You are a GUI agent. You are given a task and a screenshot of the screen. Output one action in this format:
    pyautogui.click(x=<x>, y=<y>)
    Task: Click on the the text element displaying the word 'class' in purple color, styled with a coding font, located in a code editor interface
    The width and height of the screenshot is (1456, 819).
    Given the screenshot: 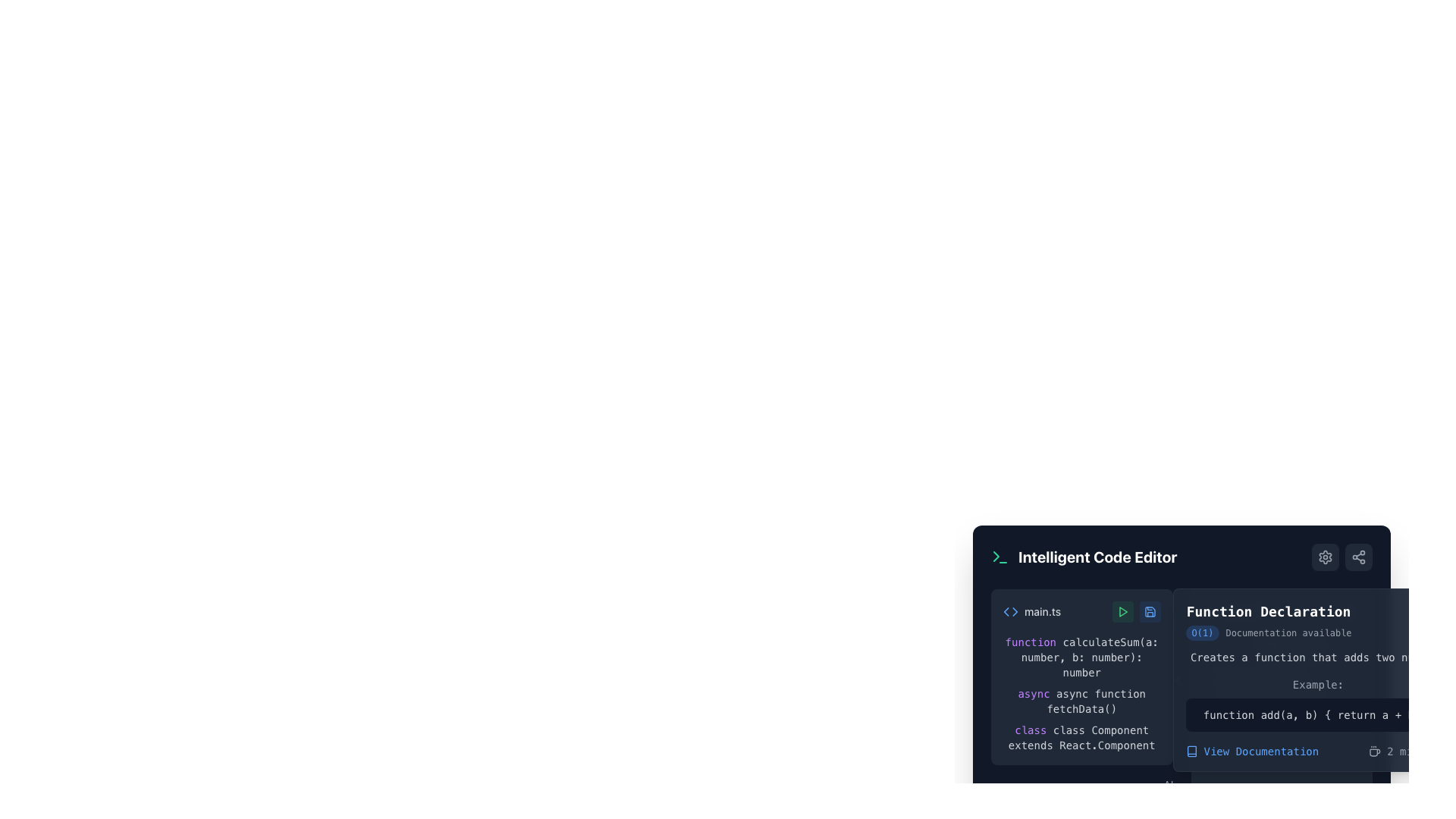 What is the action you would take?
    pyautogui.click(x=1031, y=730)
    